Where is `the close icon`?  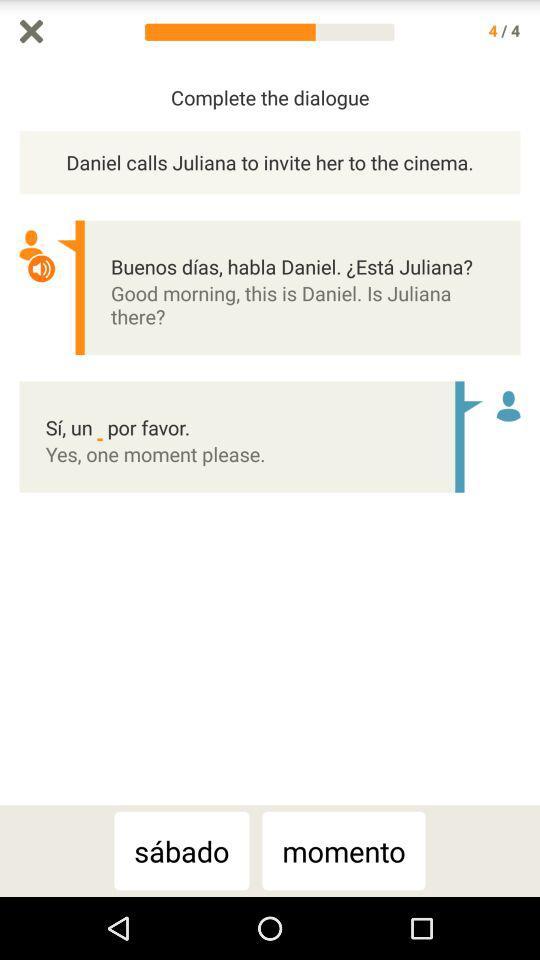 the close icon is located at coordinates (30, 32).